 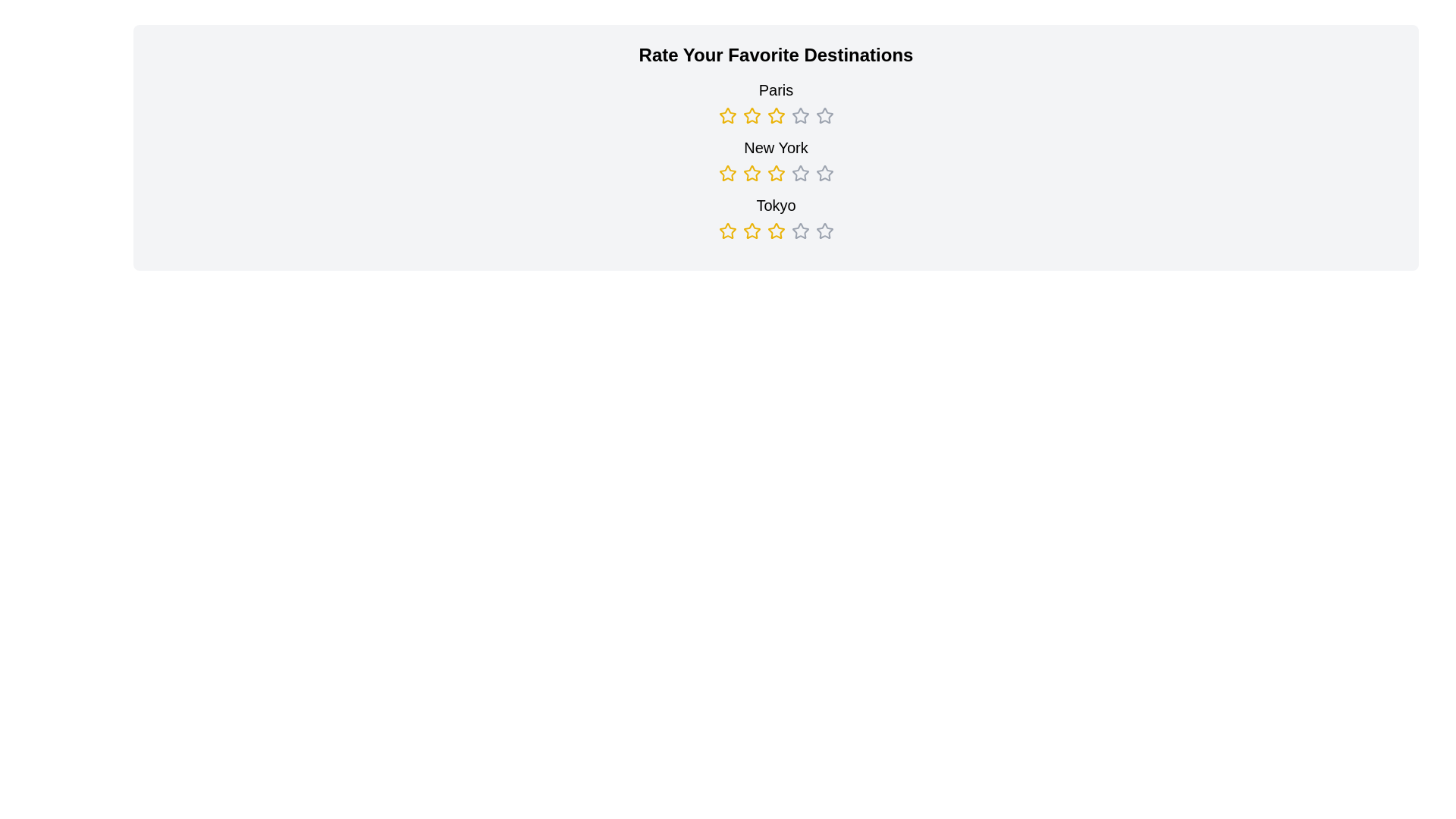 What do you see at coordinates (726, 231) in the screenshot?
I see `the first yellow star icon in the five-star rating widget aligned with the 'Tokyo' label to interact with it` at bounding box center [726, 231].